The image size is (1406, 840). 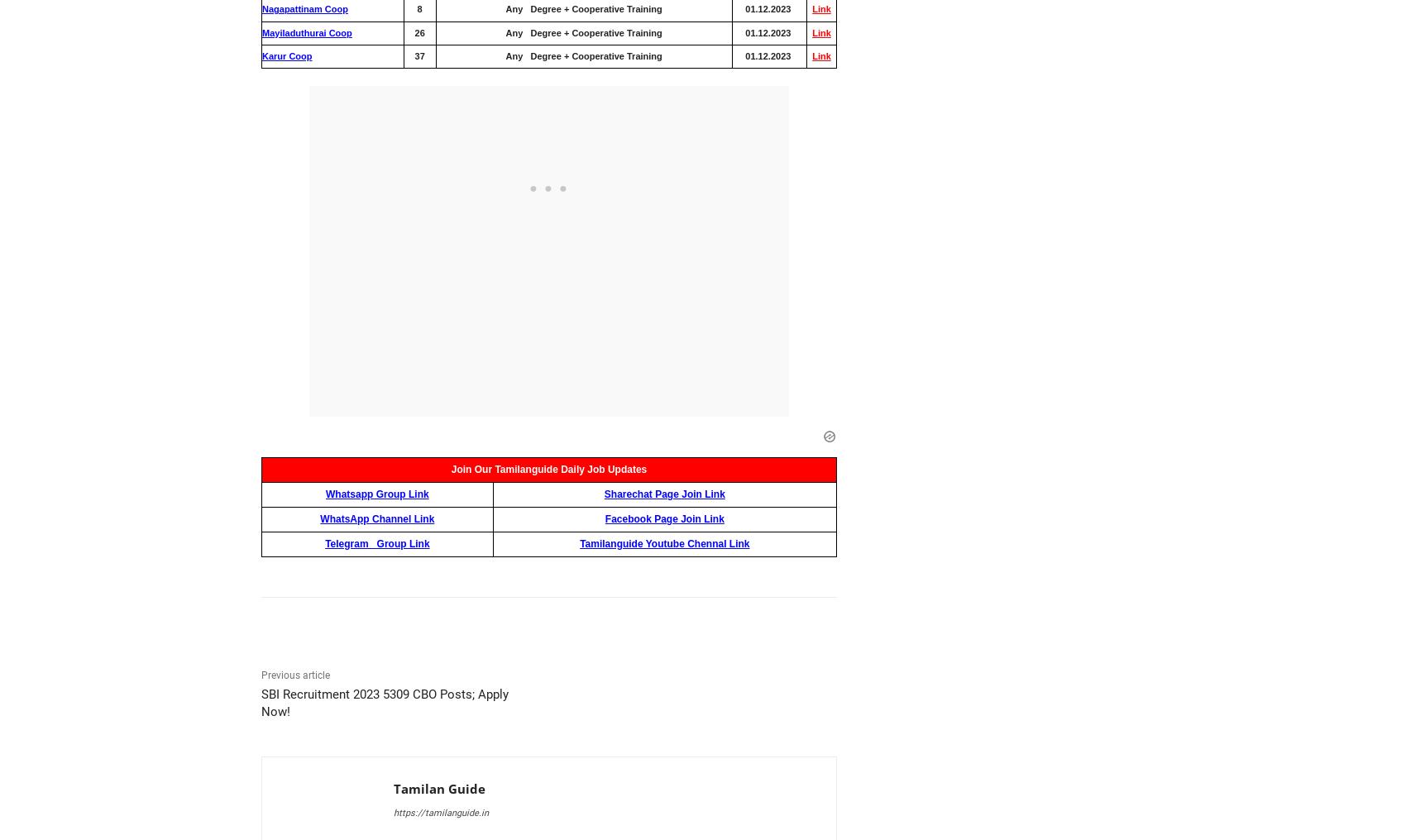 I want to click on 'Mayiladuthurai Coop', so click(x=305, y=31).